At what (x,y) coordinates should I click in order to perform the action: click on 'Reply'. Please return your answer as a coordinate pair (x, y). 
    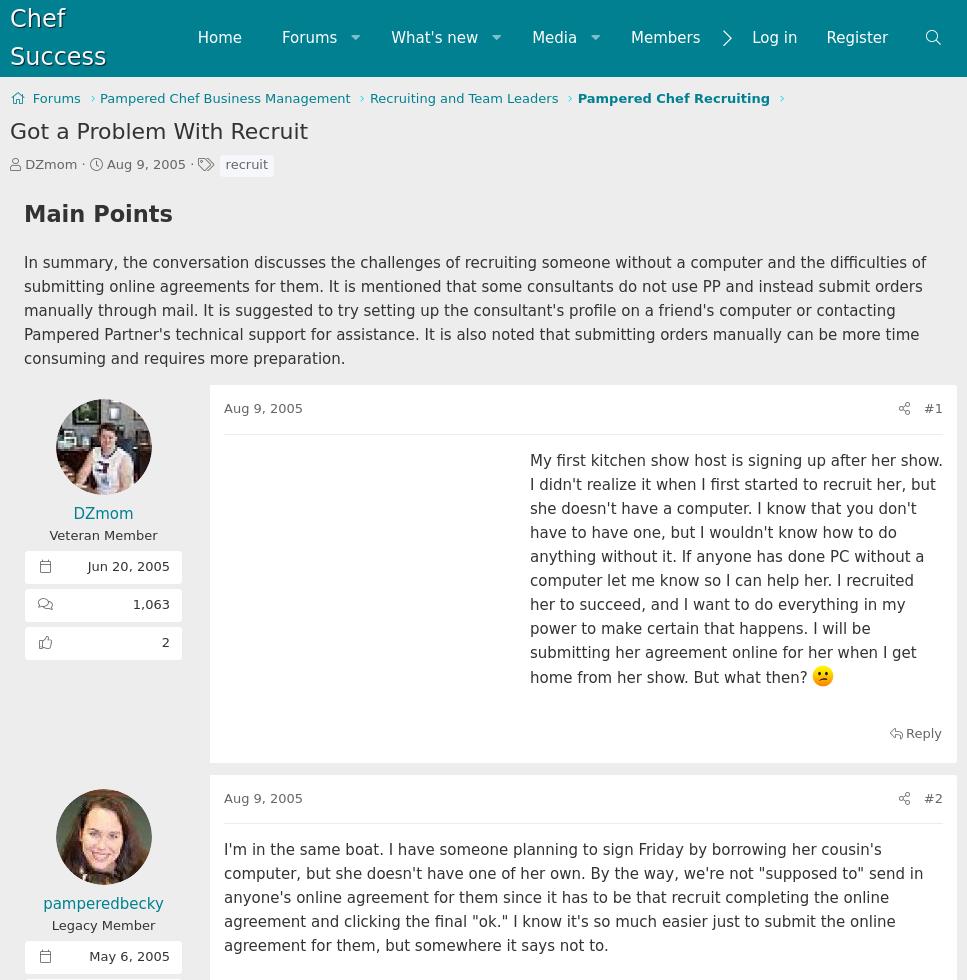
    Looking at the image, I should click on (923, 732).